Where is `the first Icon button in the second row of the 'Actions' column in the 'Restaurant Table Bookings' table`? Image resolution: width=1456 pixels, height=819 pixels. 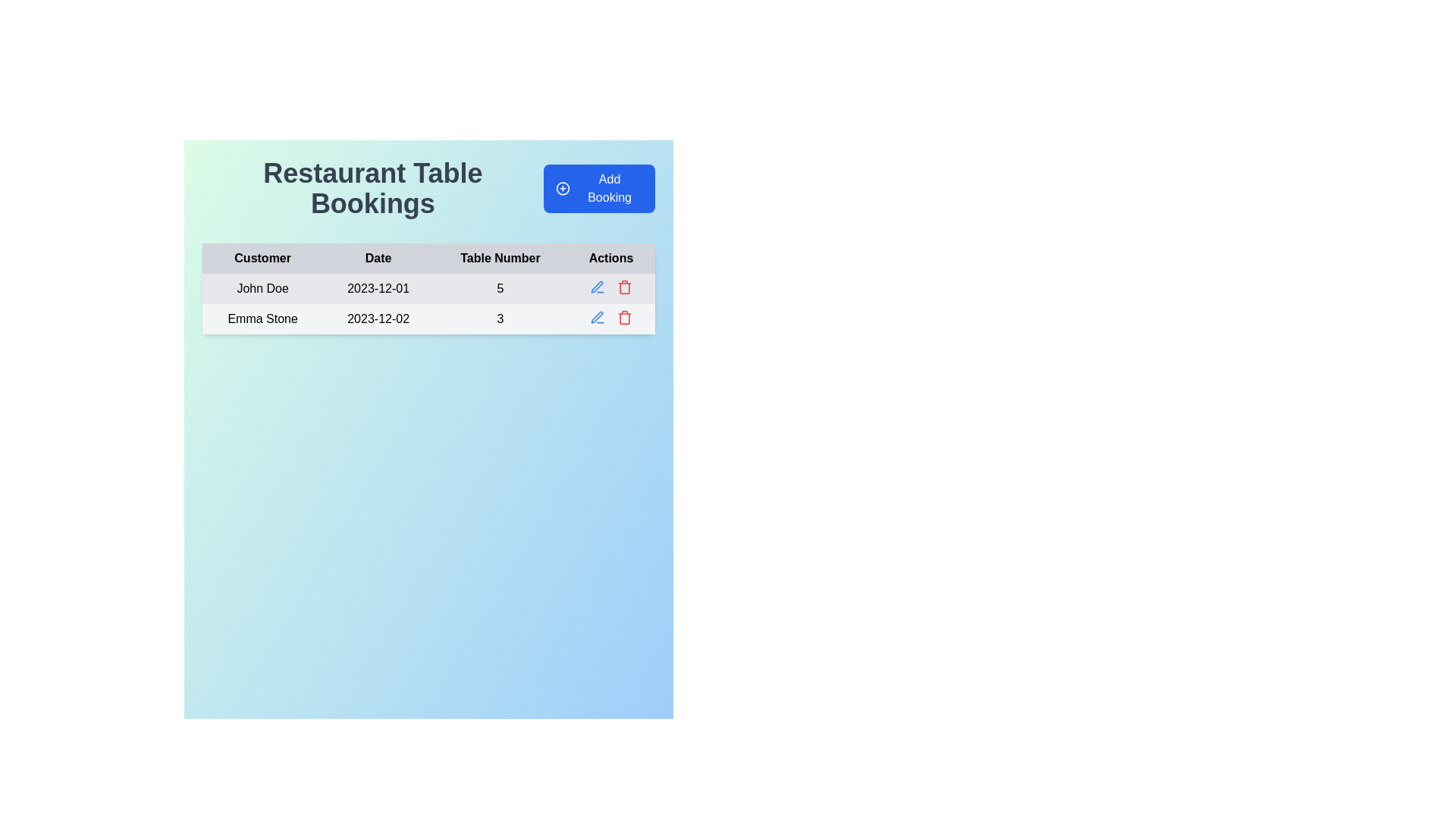
the first Icon button in the second row of the 'Actions' column in the 'Restaurant Table Bookings' table is located at coordinates (596, 287).